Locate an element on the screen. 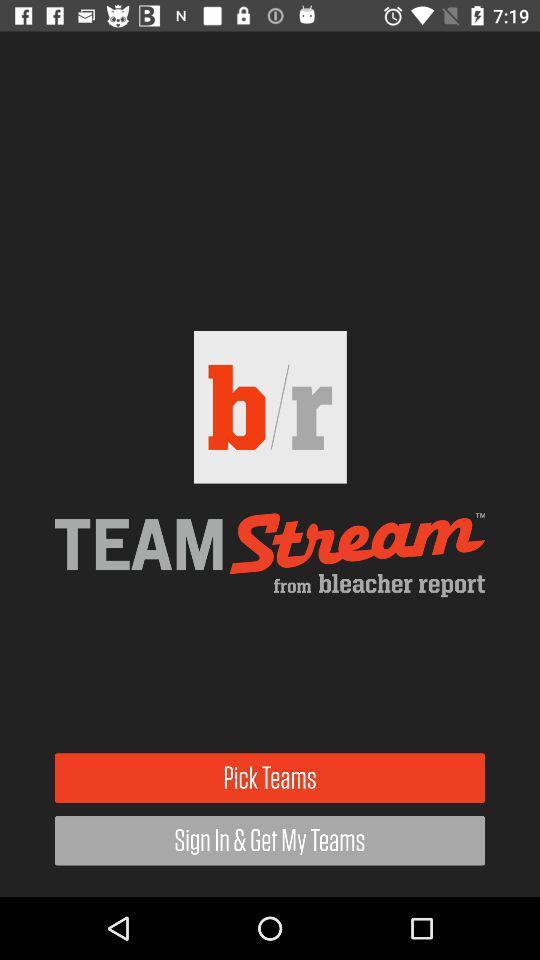  icon below pick teams is located at coordinates (270, 840).